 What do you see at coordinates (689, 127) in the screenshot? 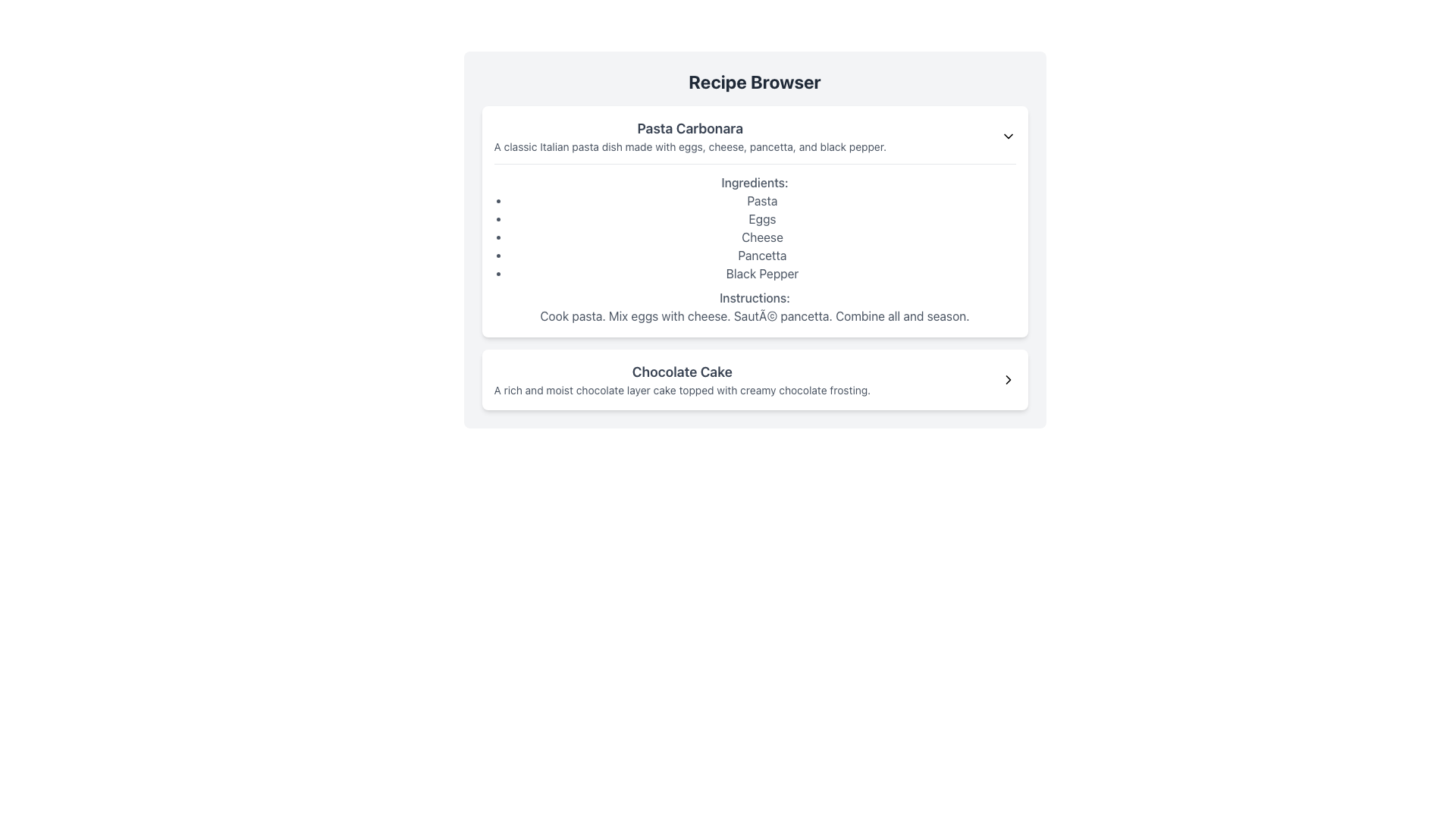
I see `text 'Pasta Carbonara' which is prominently displayed in a large, bold font at the top-center of the 'Recipe Browser' card` at bounding box center [689, 127].